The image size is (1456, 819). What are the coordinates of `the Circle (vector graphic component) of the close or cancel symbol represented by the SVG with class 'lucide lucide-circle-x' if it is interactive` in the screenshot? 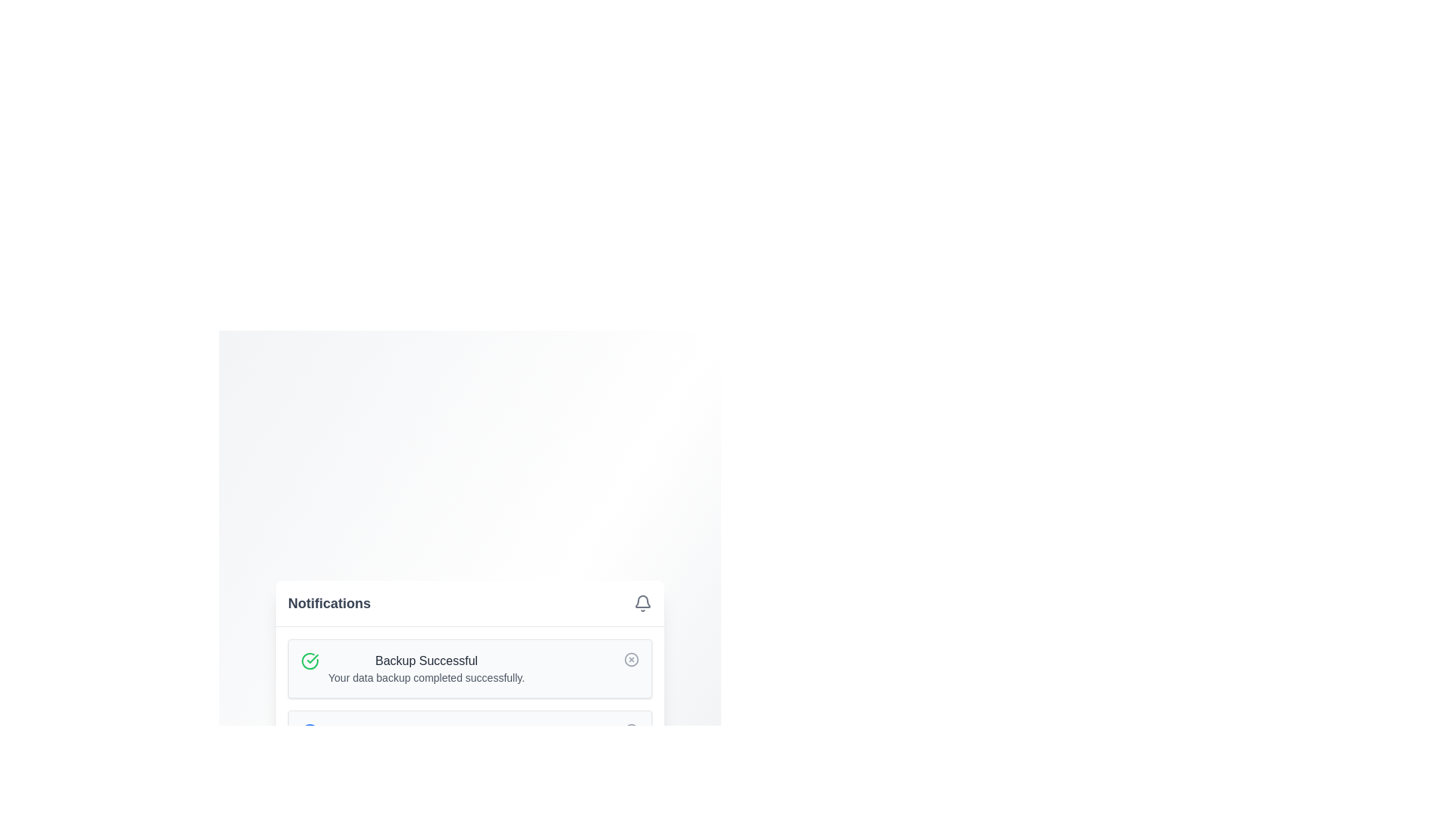 It's located at (632, 659).